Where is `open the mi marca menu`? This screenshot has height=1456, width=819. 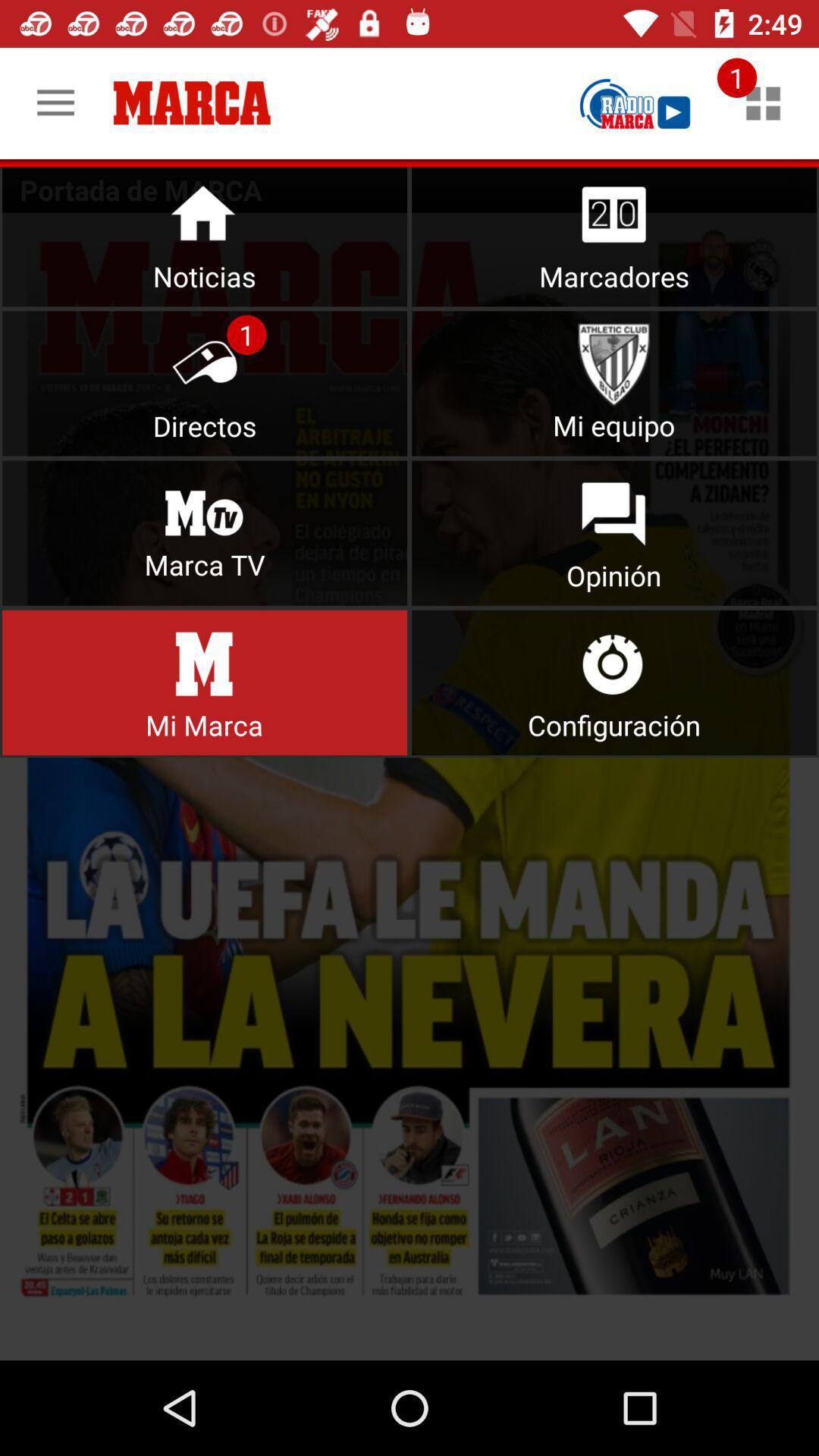 open the mi marca menu is located at coordinates (409, 786).